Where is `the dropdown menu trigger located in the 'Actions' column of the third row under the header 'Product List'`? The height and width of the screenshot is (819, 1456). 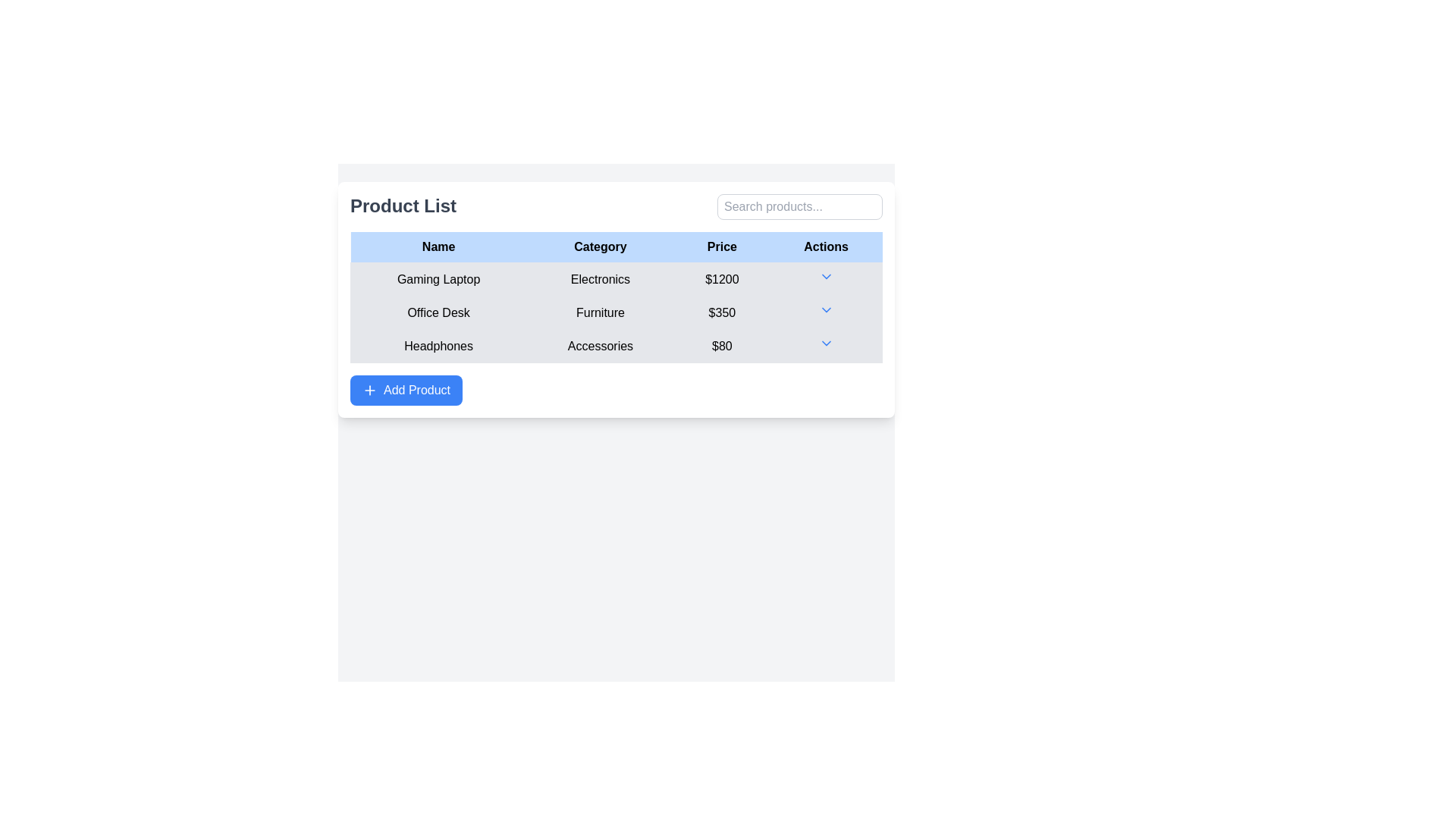
the dropdown menu trigger located in the 'Actions' column of the third row under the header 'Product List' is located at coordinates (825, 346).